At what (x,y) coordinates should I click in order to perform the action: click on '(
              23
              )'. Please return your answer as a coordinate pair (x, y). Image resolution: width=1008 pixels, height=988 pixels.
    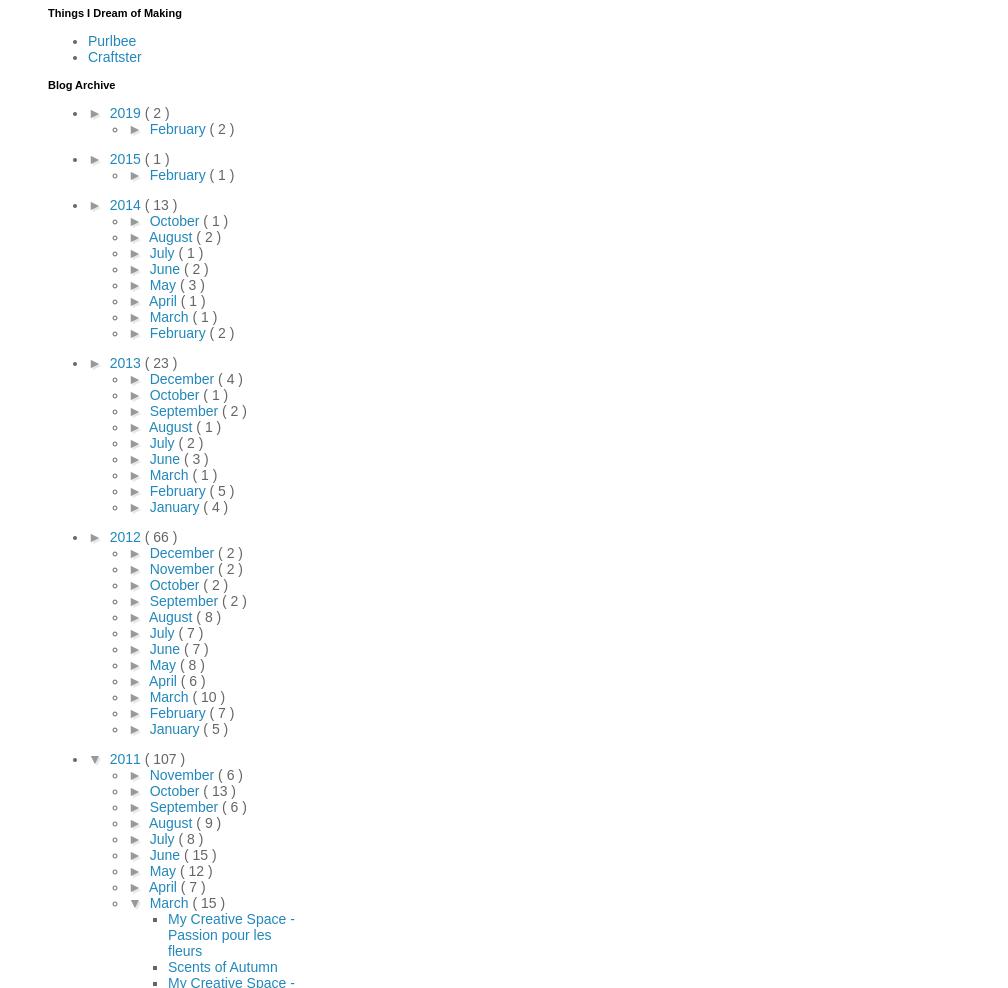
    Looking at the image, I should click on (160, 362).